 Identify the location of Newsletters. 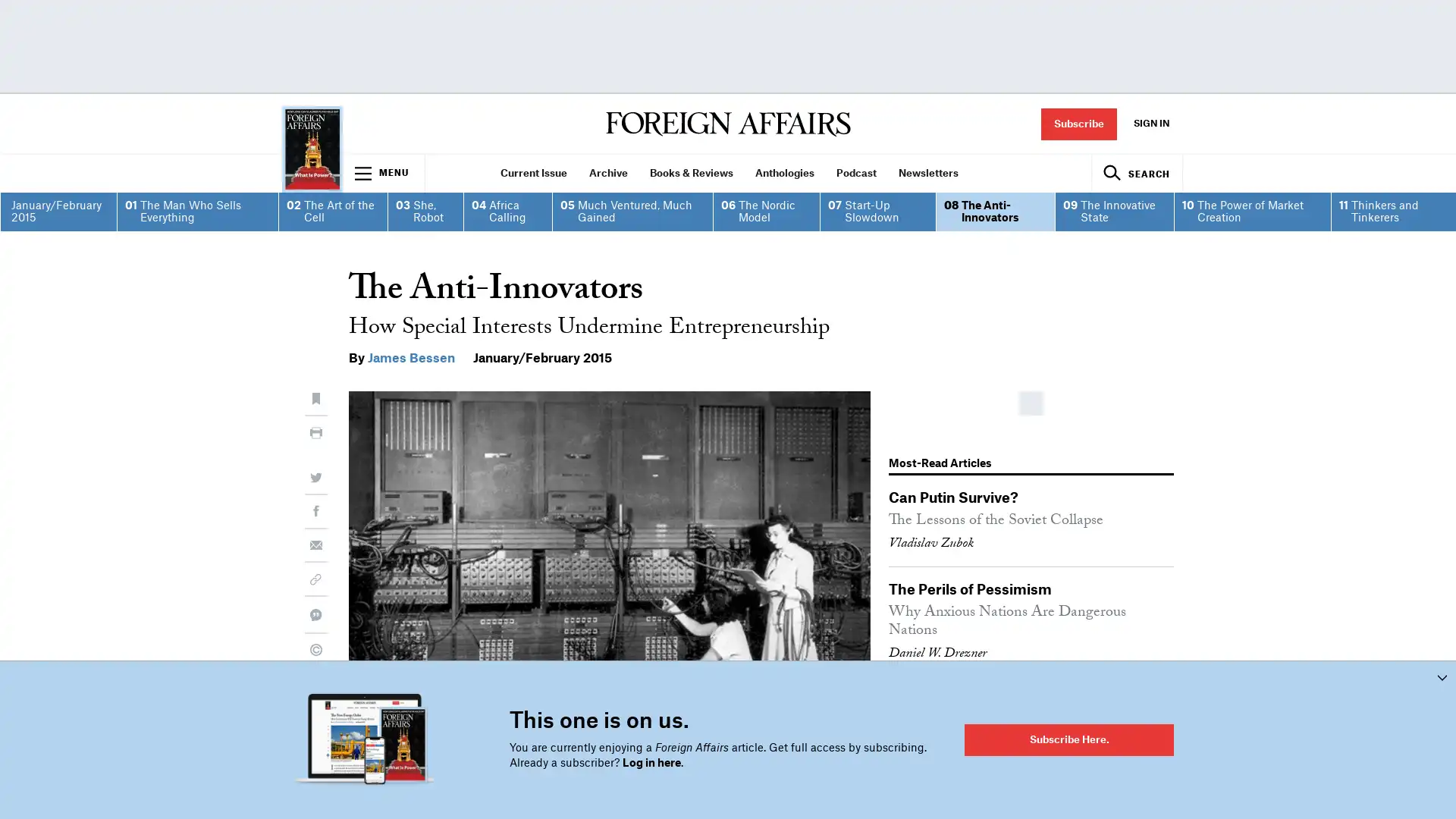
(927, 172).